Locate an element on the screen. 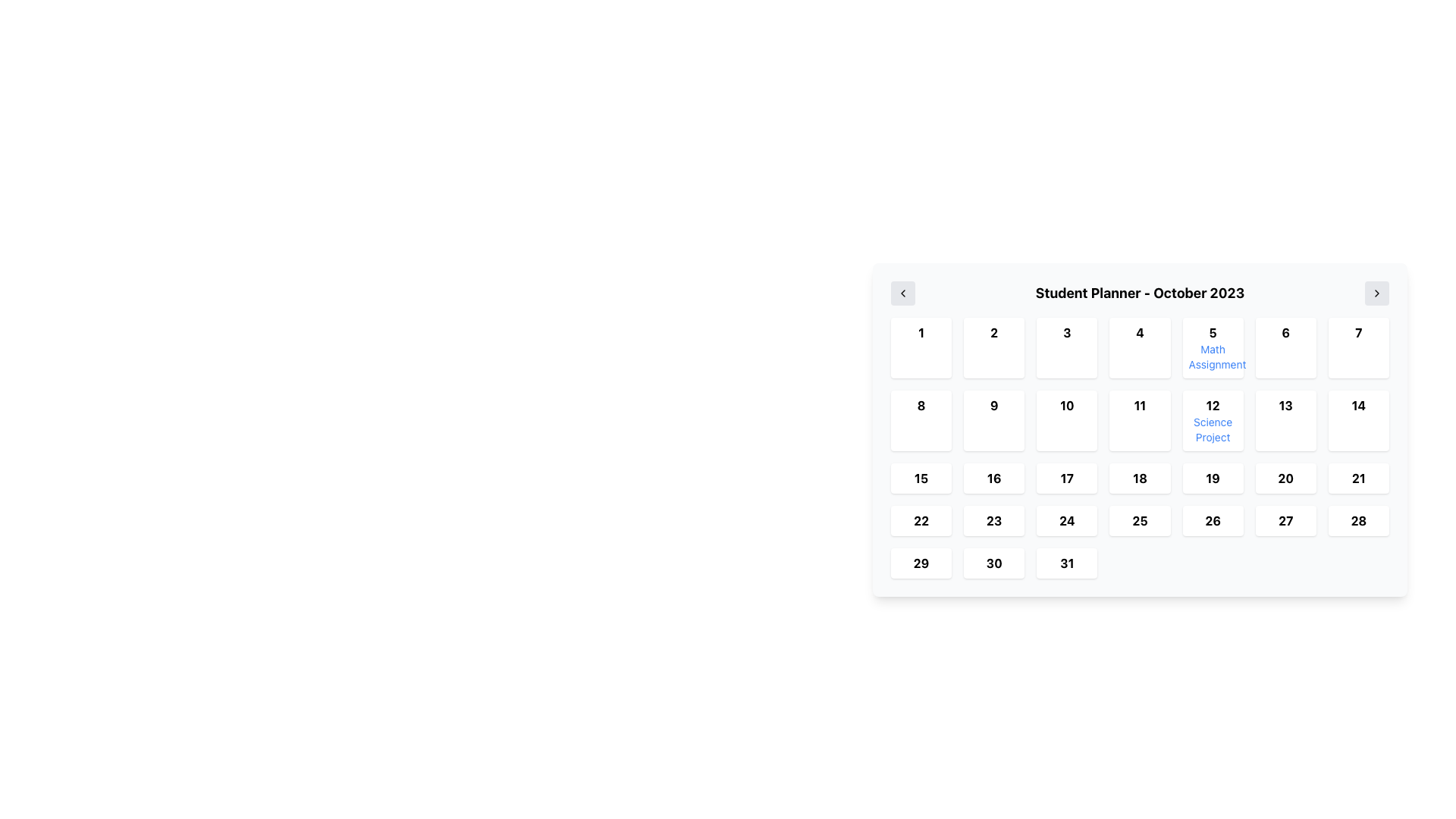 This screenshot has height=819, width=1456. the text element that represents the 12th day of the month in the calendar layout to check its details is located at coordinates (1211, 405).